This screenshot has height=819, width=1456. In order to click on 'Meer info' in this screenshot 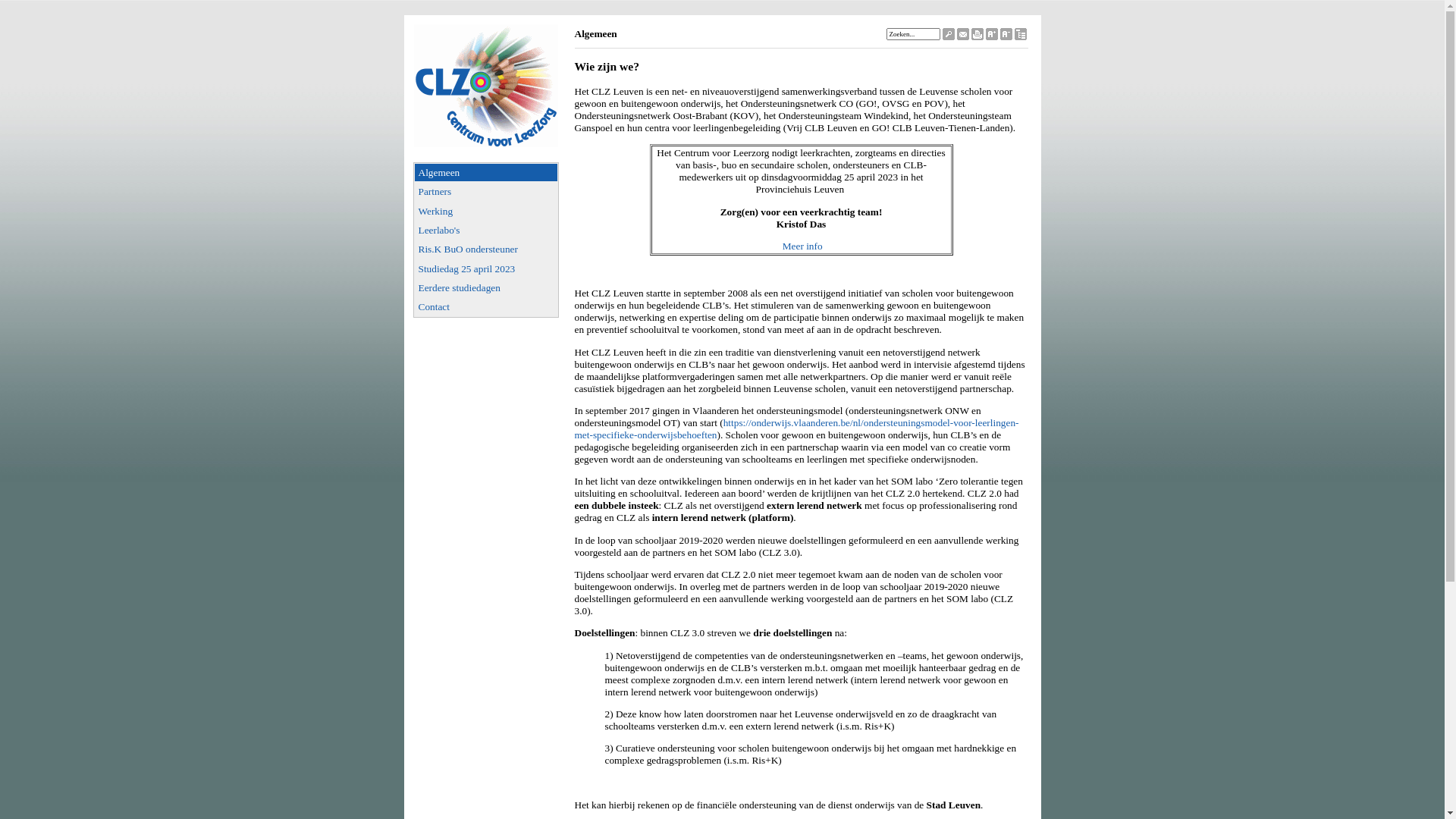, I will do `click(802, 245)`.